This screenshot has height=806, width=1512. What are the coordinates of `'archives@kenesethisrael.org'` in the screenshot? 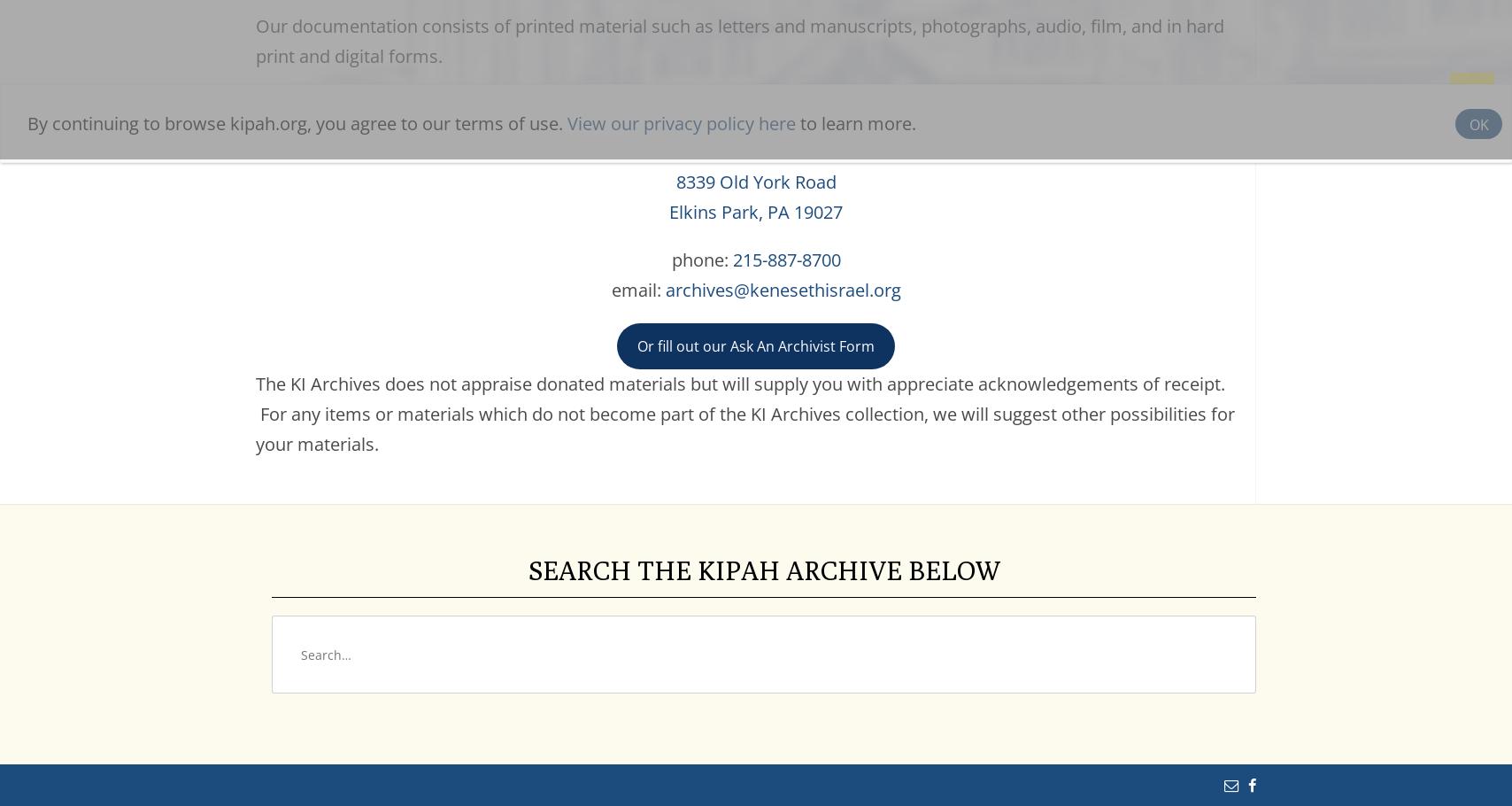 It's located at (783, 289).